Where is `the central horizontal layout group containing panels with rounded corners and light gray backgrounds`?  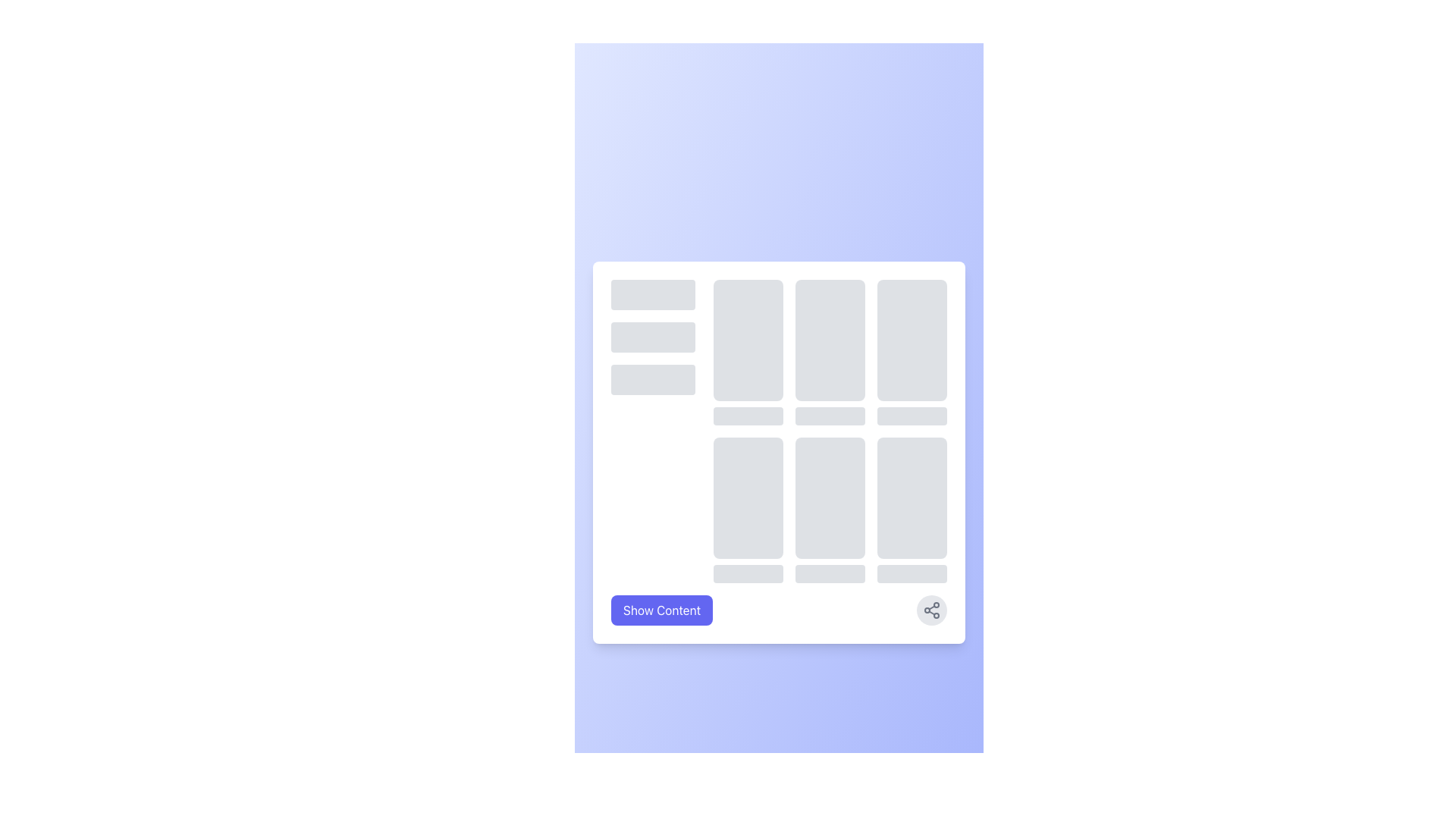
the central horizontal layout group containing panels with rounded corners and light gray backgrounds is located at coordinates (779, 431).